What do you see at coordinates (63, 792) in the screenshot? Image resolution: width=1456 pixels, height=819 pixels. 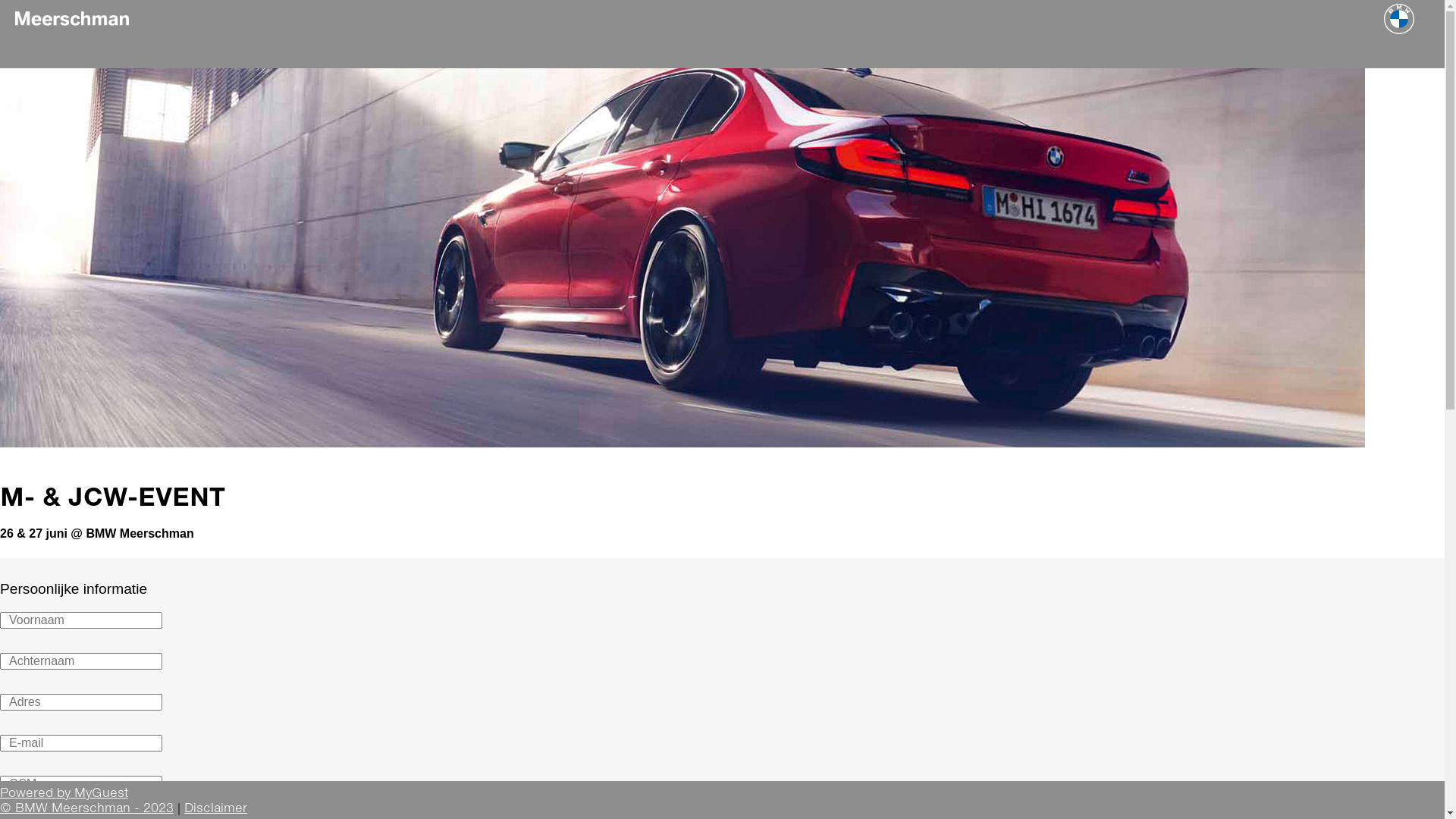 I see `'Powered by MyGuest'` at bounding box center [63, 792].